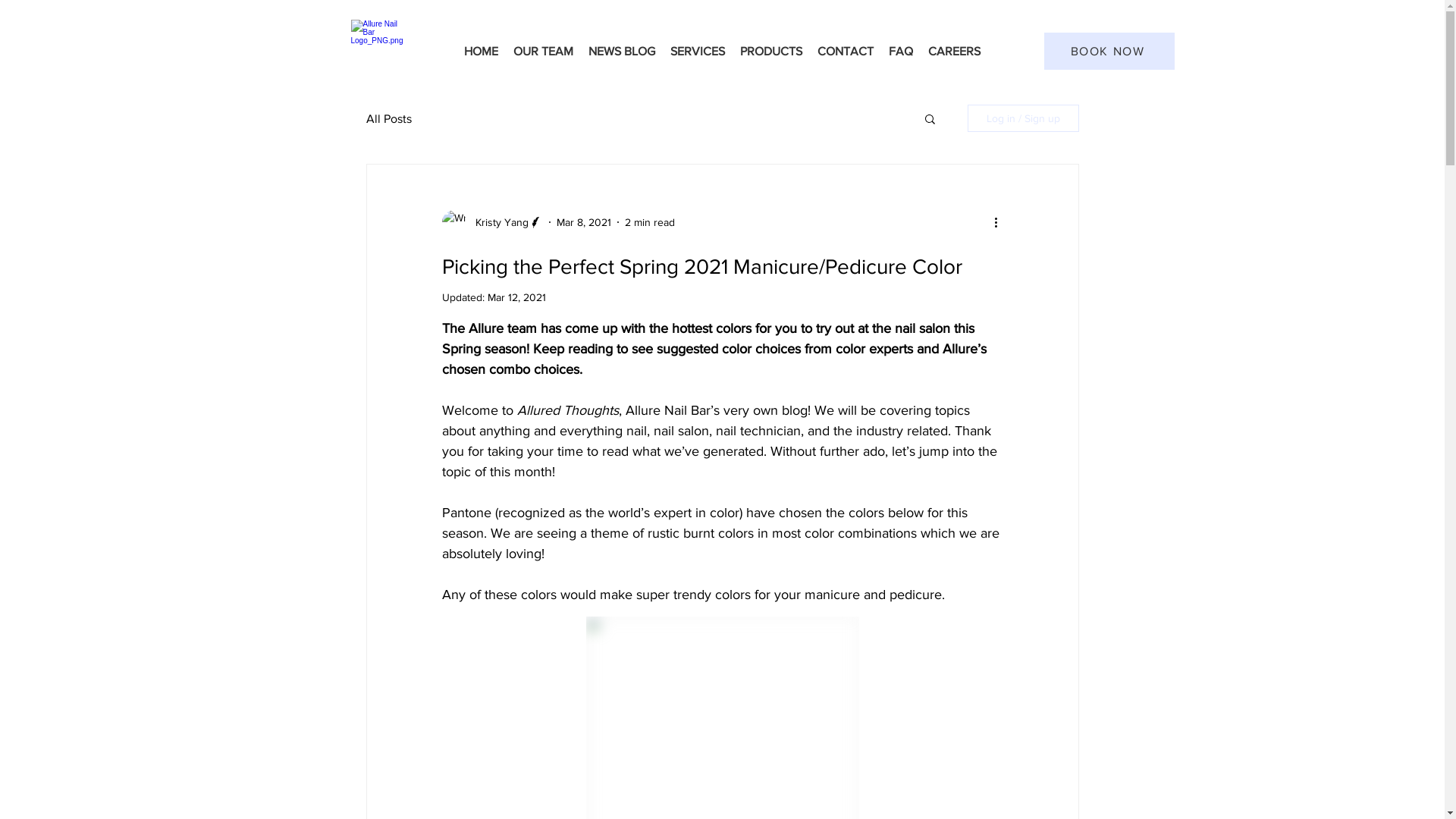  I want to click on 'NEWS BLOG', so click(622, 50).